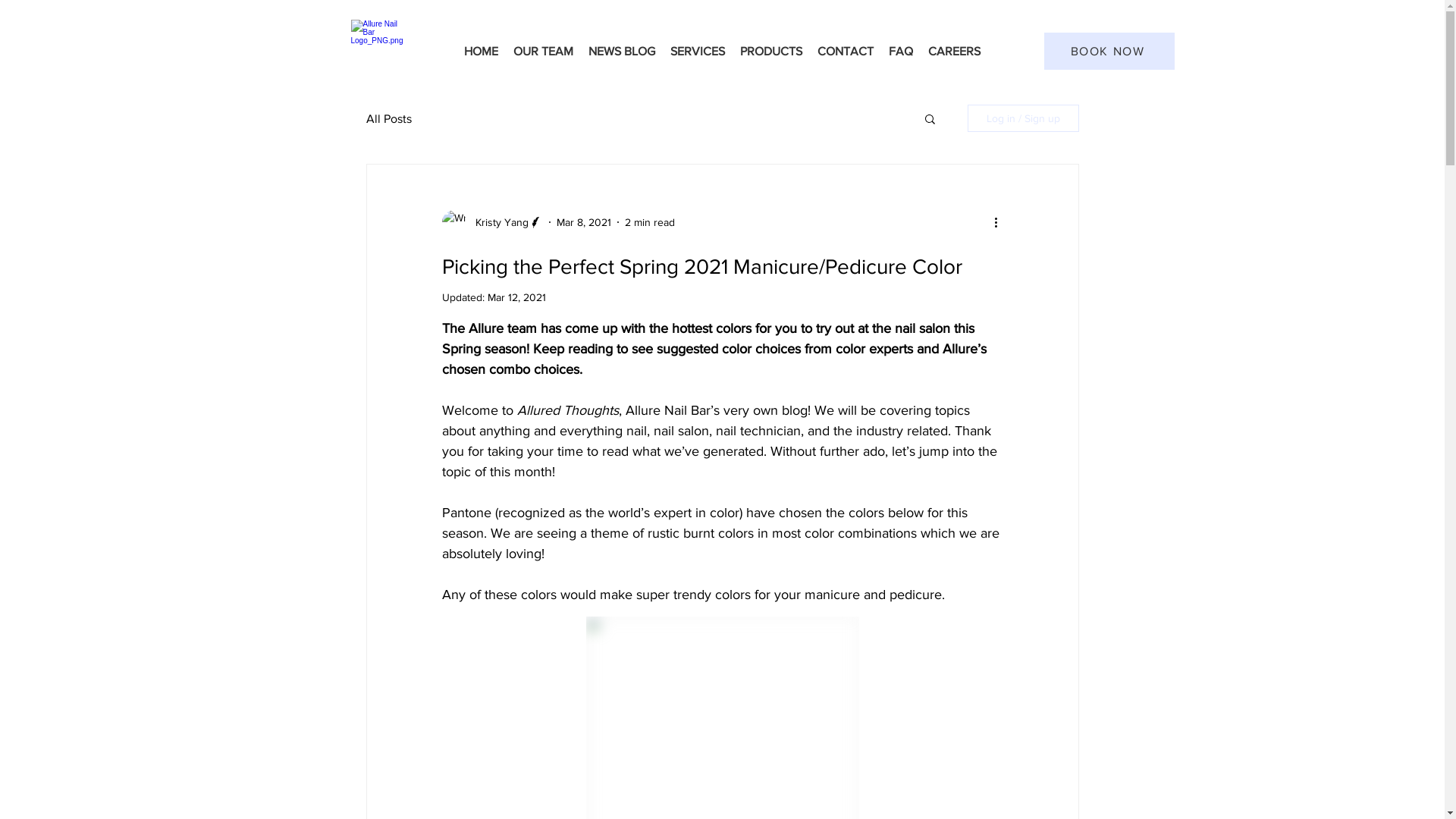  I want to click on 'NEWS BLOG', so click(622, 50).